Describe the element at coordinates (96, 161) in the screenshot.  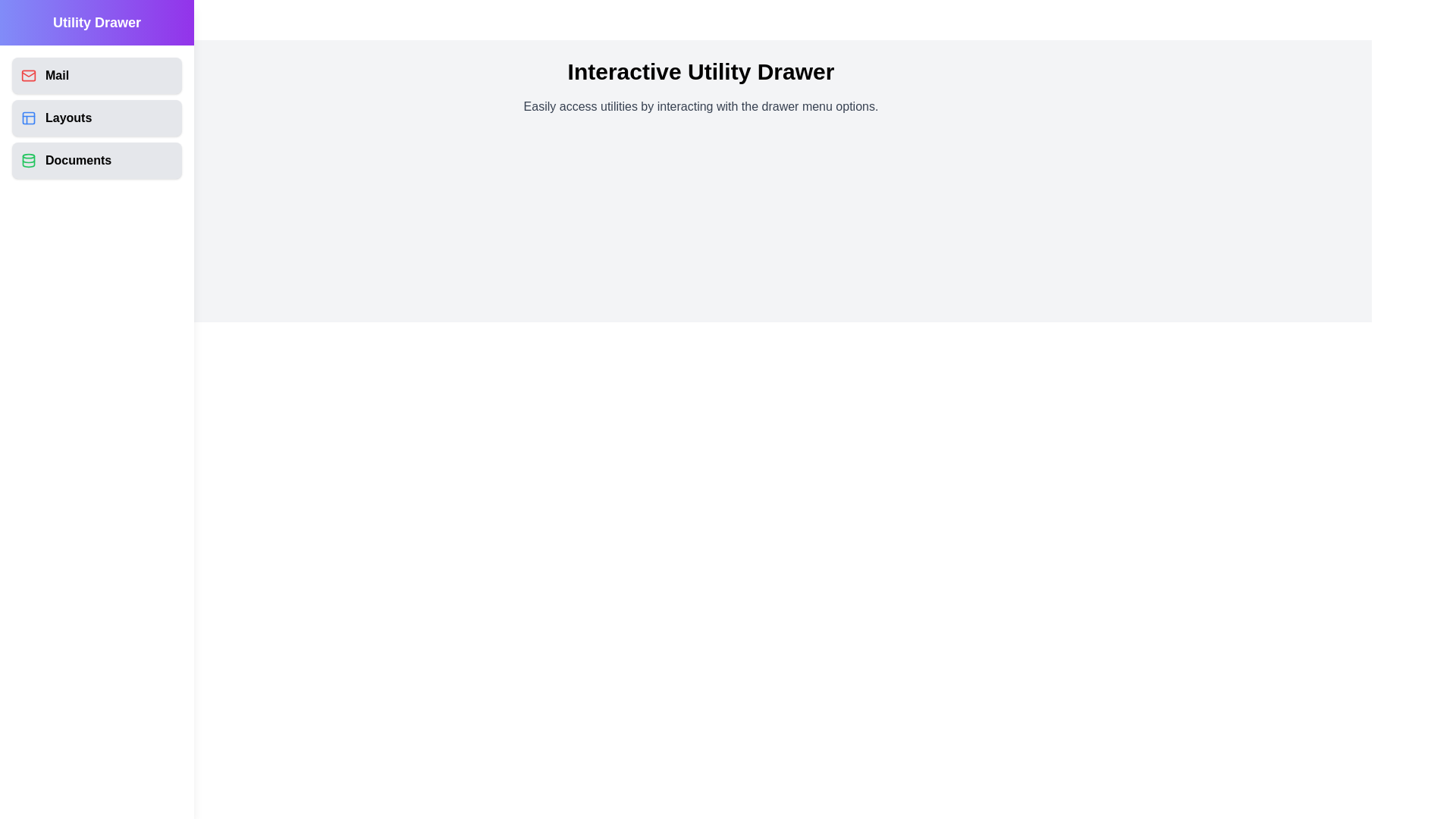
I see `the utility option Documents in the drawer` at that location.